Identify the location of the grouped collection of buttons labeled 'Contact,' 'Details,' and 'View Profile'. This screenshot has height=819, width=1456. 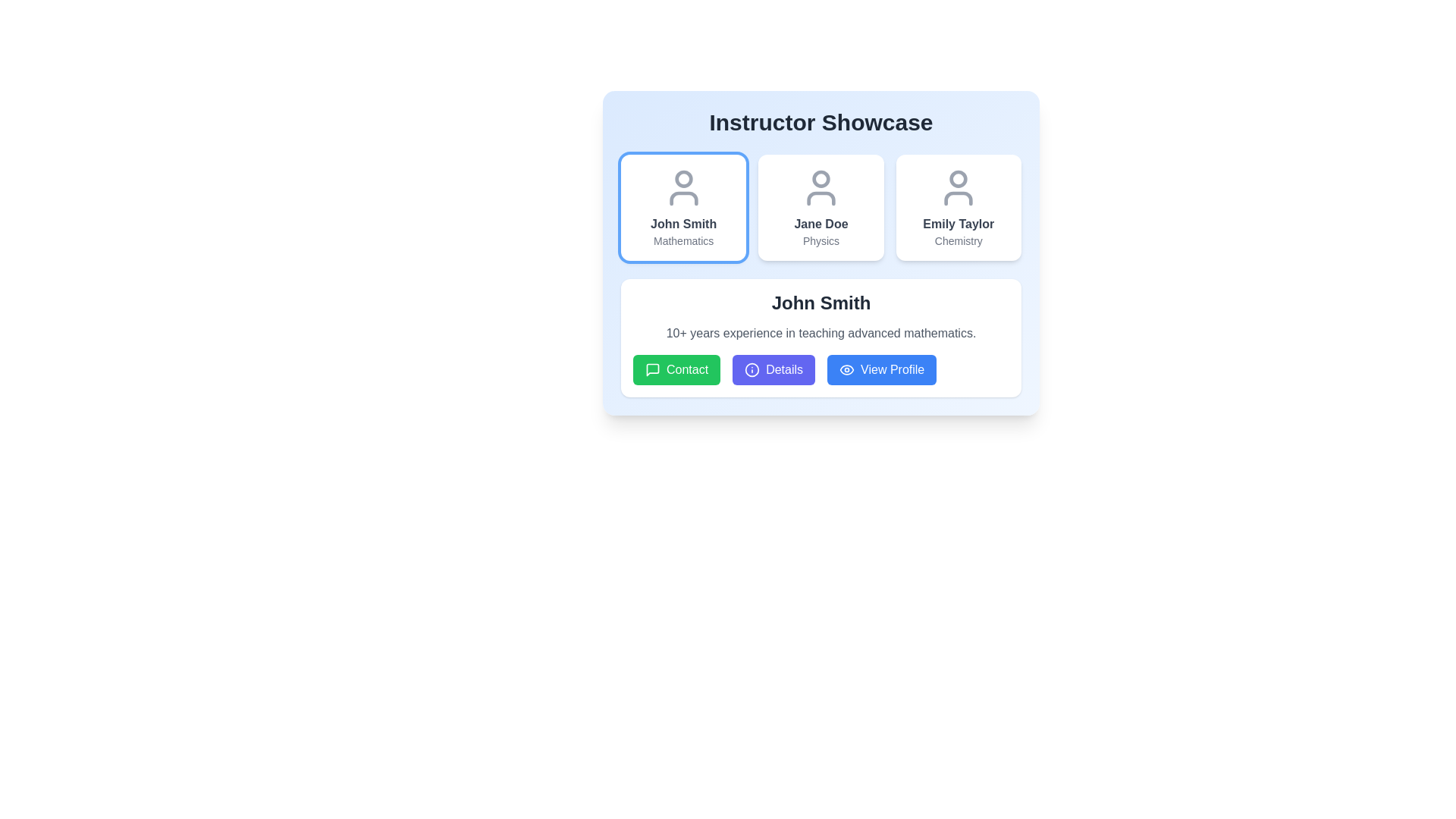
(821, 370).